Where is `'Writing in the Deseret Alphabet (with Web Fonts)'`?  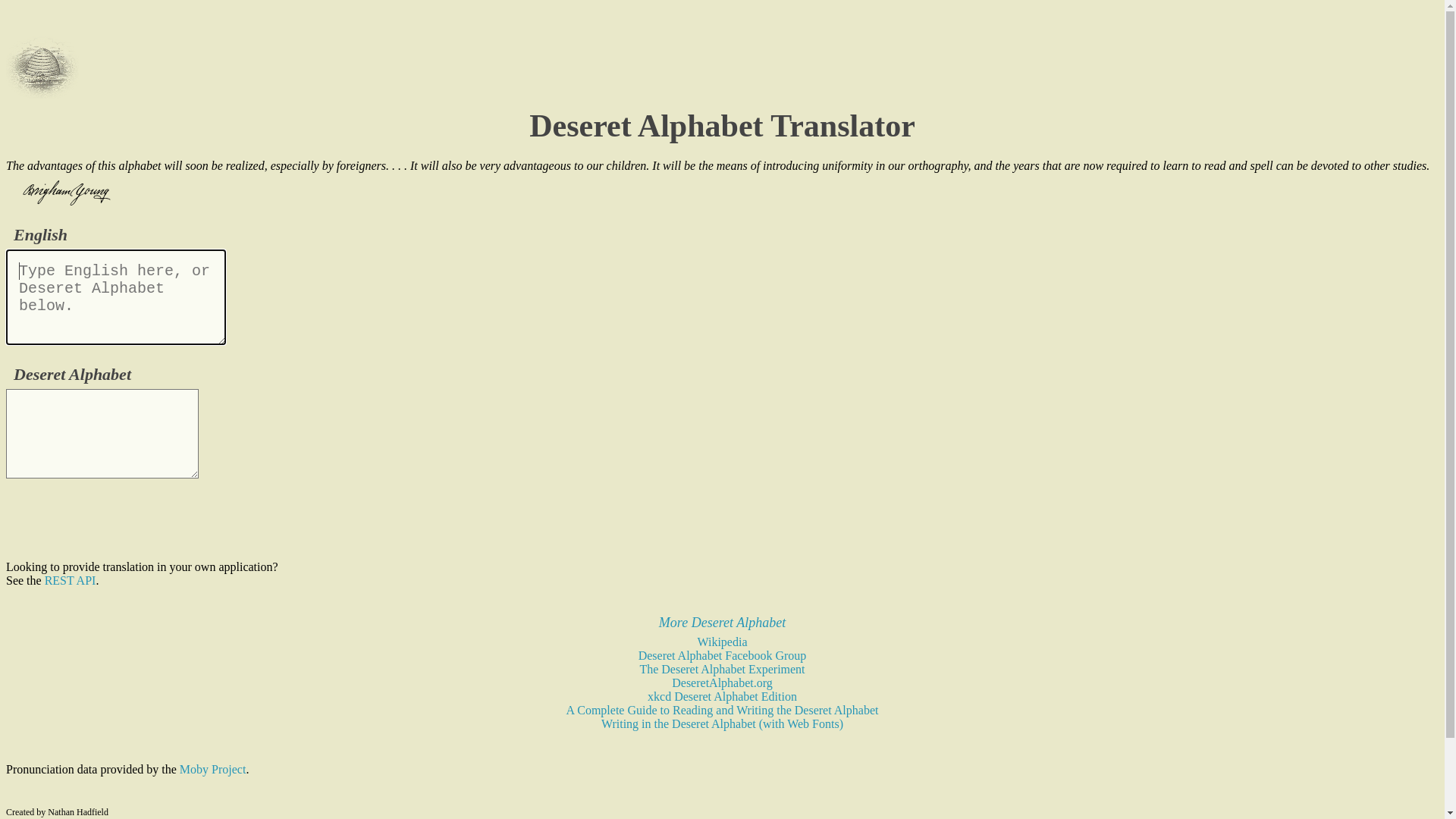
'Writing in the Deseret Alphabet (with Web Fonts)' is located at coordinates (600, 723).